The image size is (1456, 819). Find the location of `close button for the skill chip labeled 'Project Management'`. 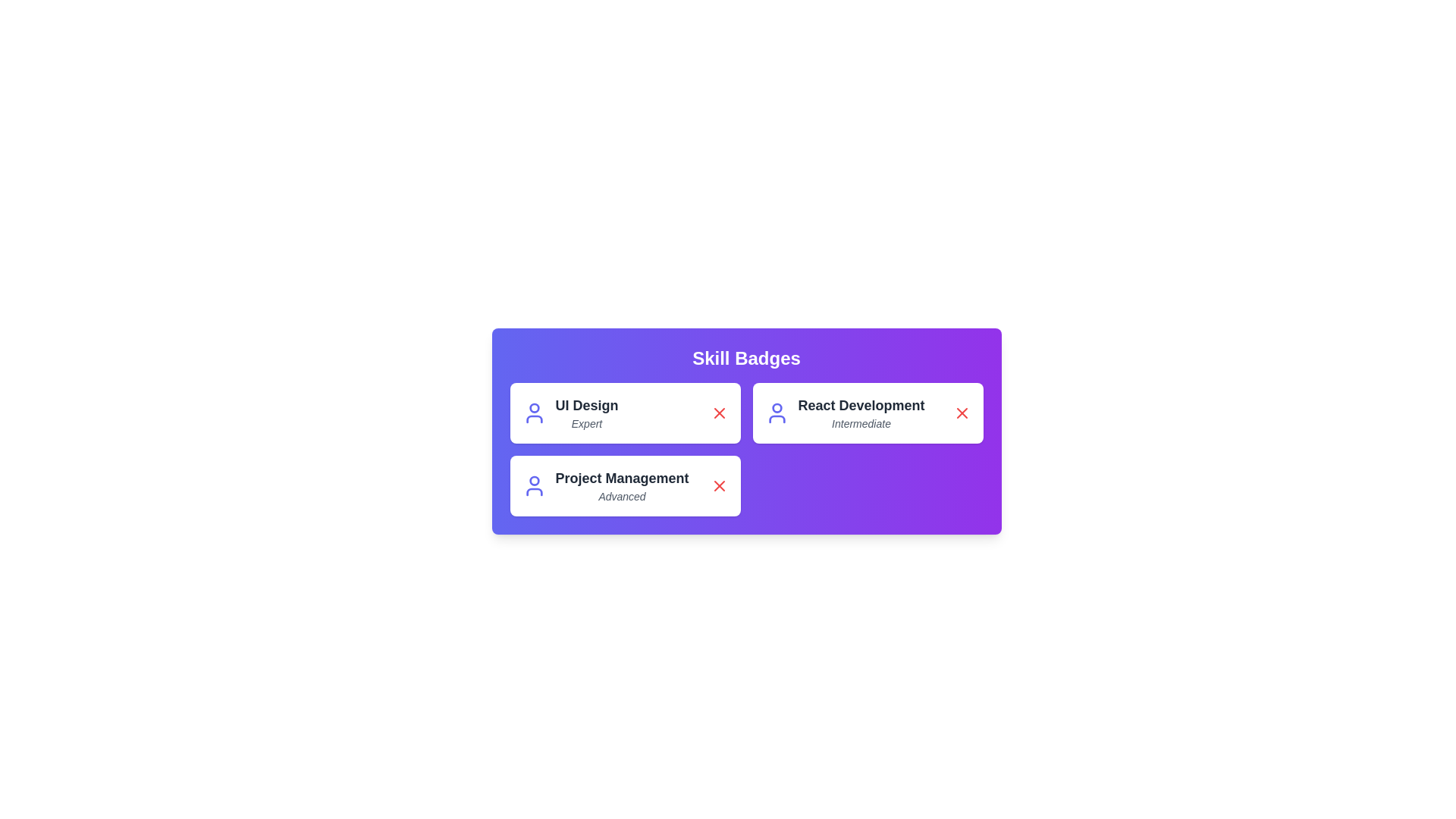

close button for the skill chip labeled 'Project Management' is located at coordinates (718, 485).